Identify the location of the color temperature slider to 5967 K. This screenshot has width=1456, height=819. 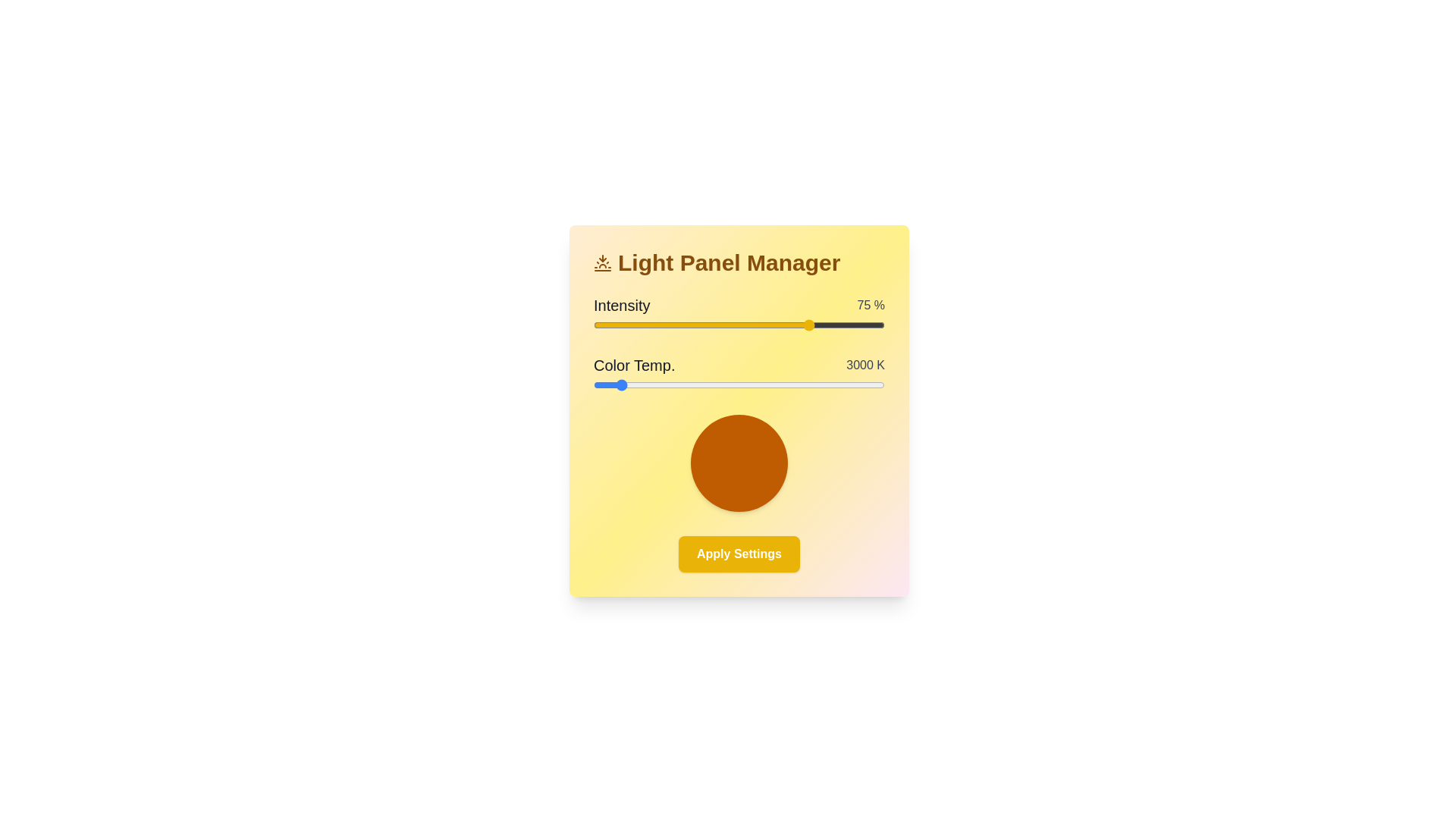
(843, 384).